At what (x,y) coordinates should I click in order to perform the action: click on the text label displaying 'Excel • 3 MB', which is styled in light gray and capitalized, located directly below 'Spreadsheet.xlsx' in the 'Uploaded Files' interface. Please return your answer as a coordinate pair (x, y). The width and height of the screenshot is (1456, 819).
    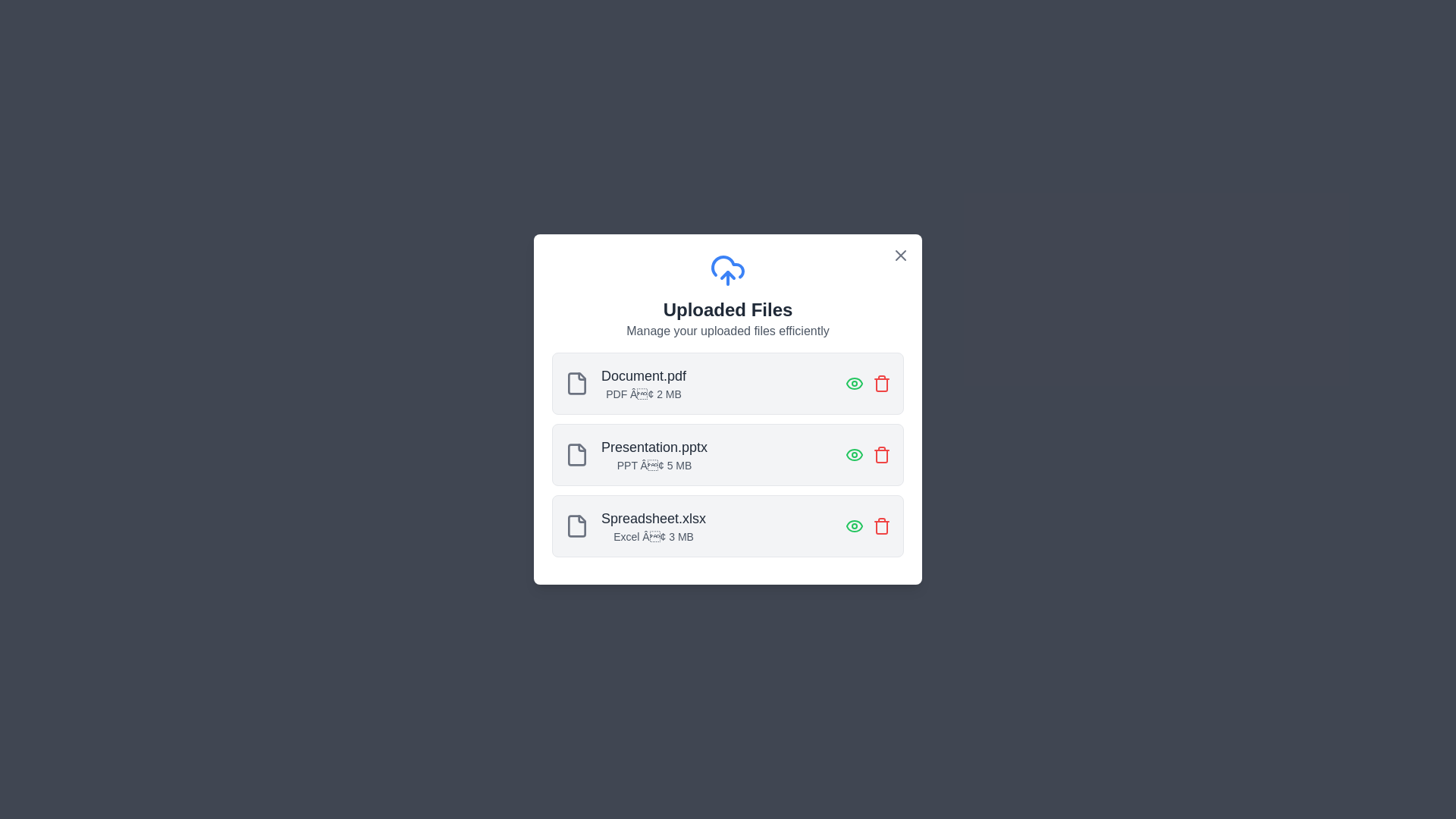
    Looking at the image, I should click on (654, 536).